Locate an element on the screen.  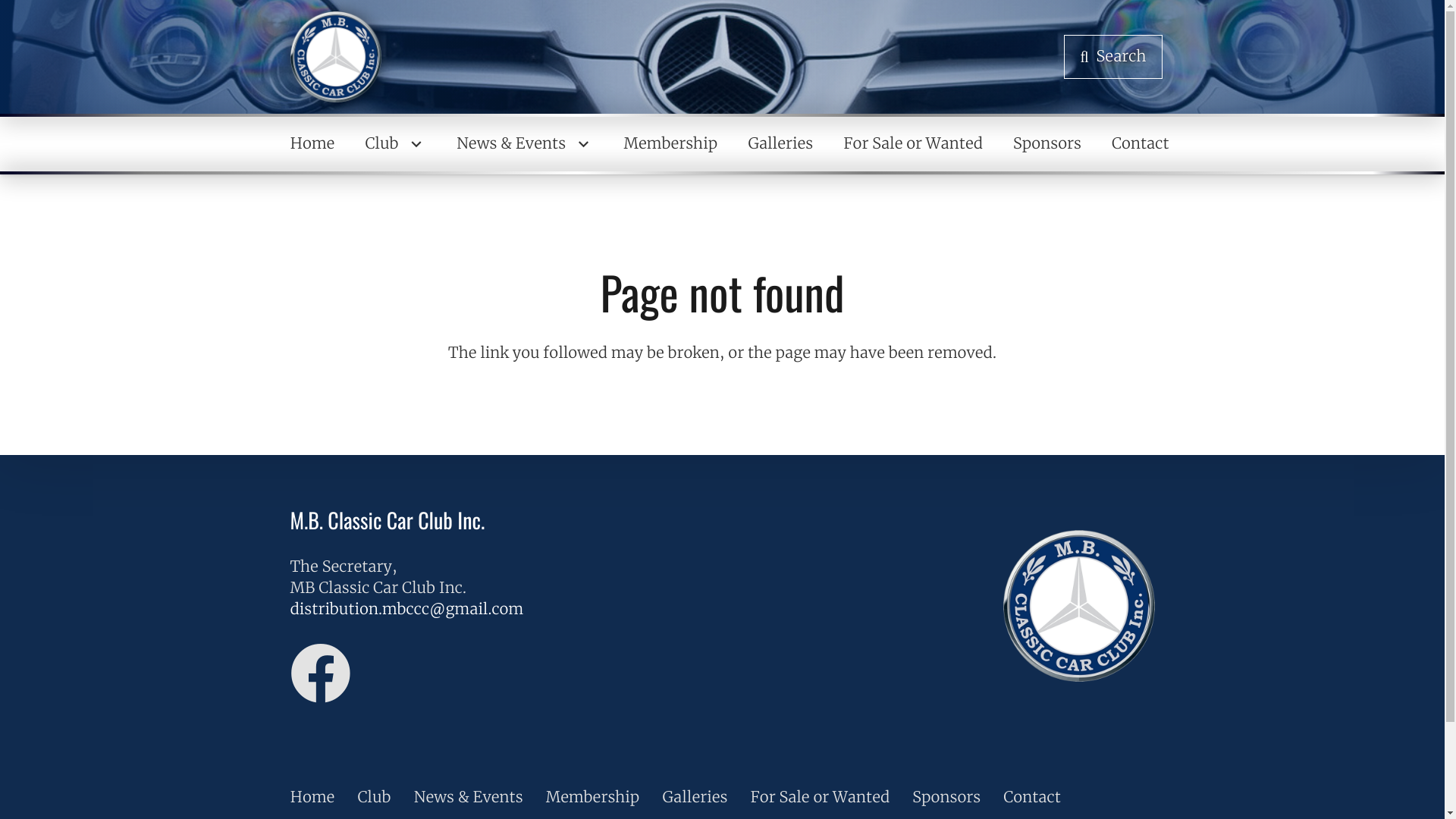
'Club' is located at coordinates (395, 143).